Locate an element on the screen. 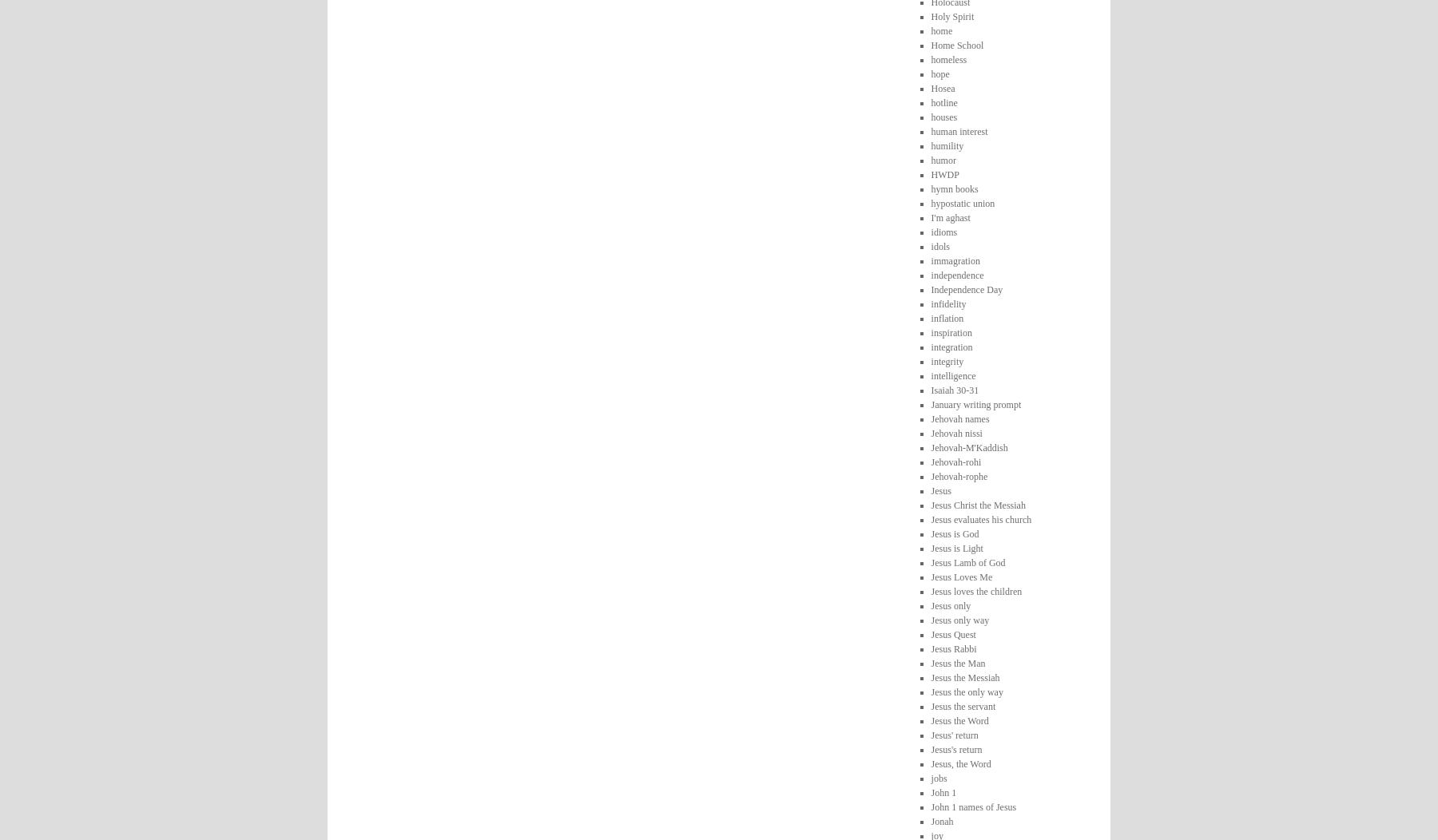 The image size is (1438, 840). 'Jesus' return' is located at coordinates (953, 734).